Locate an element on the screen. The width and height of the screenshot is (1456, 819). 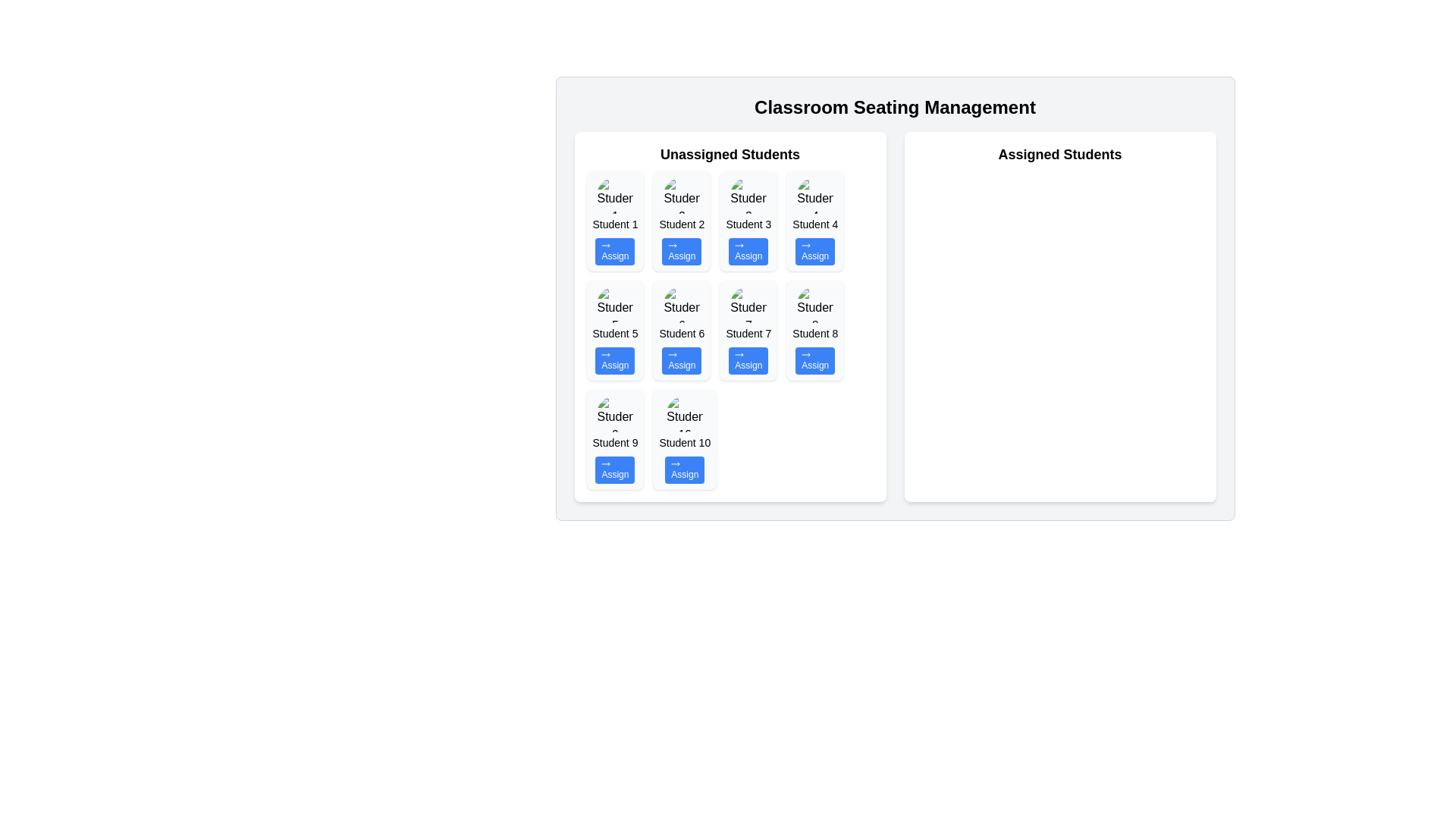
the 'Assign' button on the interactive card labeled 'Student 9', which is the 9th card in the 'Unassigned Students' grid is located at coordinates (615, 439).